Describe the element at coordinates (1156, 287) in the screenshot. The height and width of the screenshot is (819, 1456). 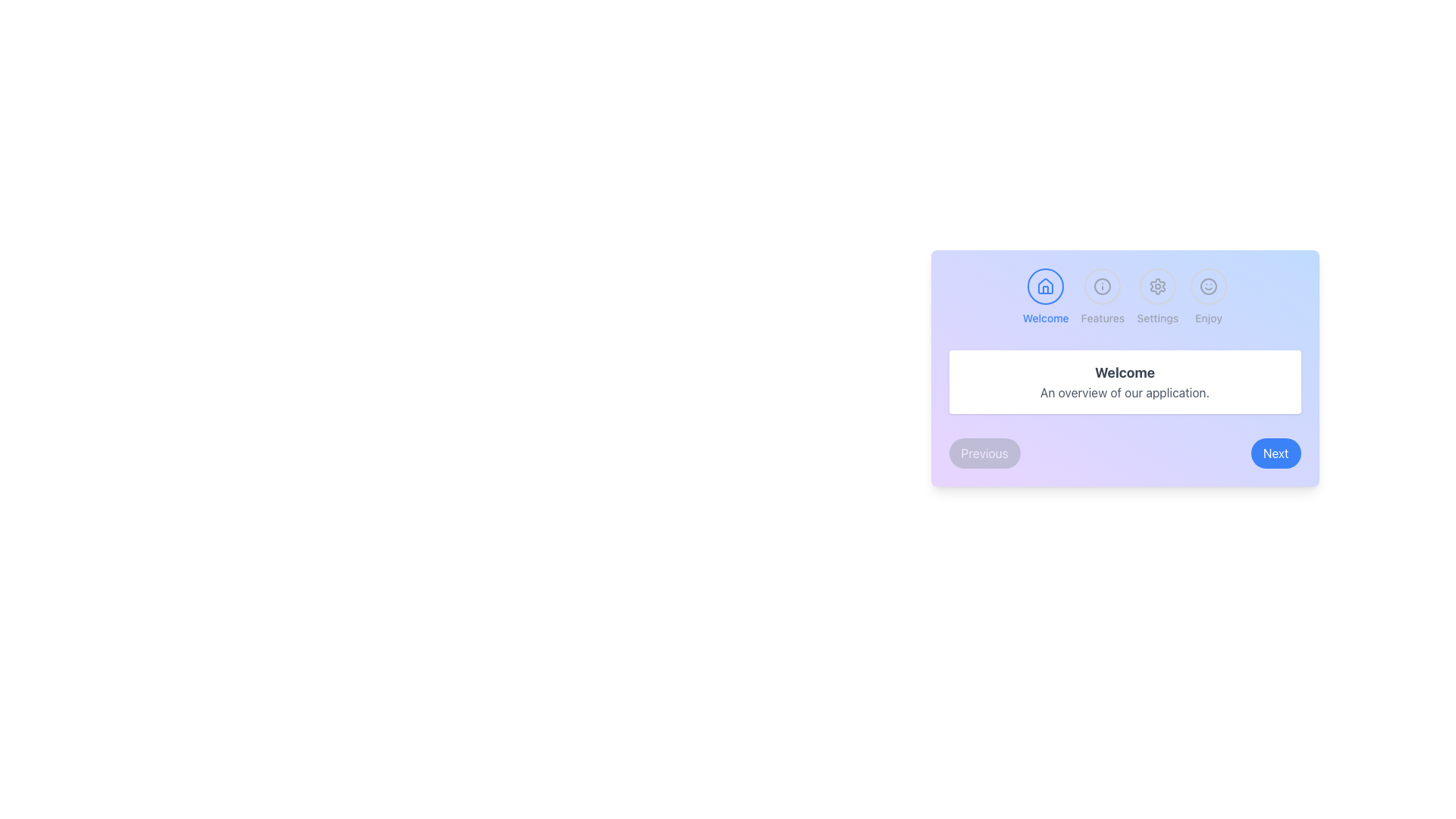
I see `the 'Settings' navigation icon, which is the third circular icon in the horizontal navigation panel near the top center of the modal window` at that location.